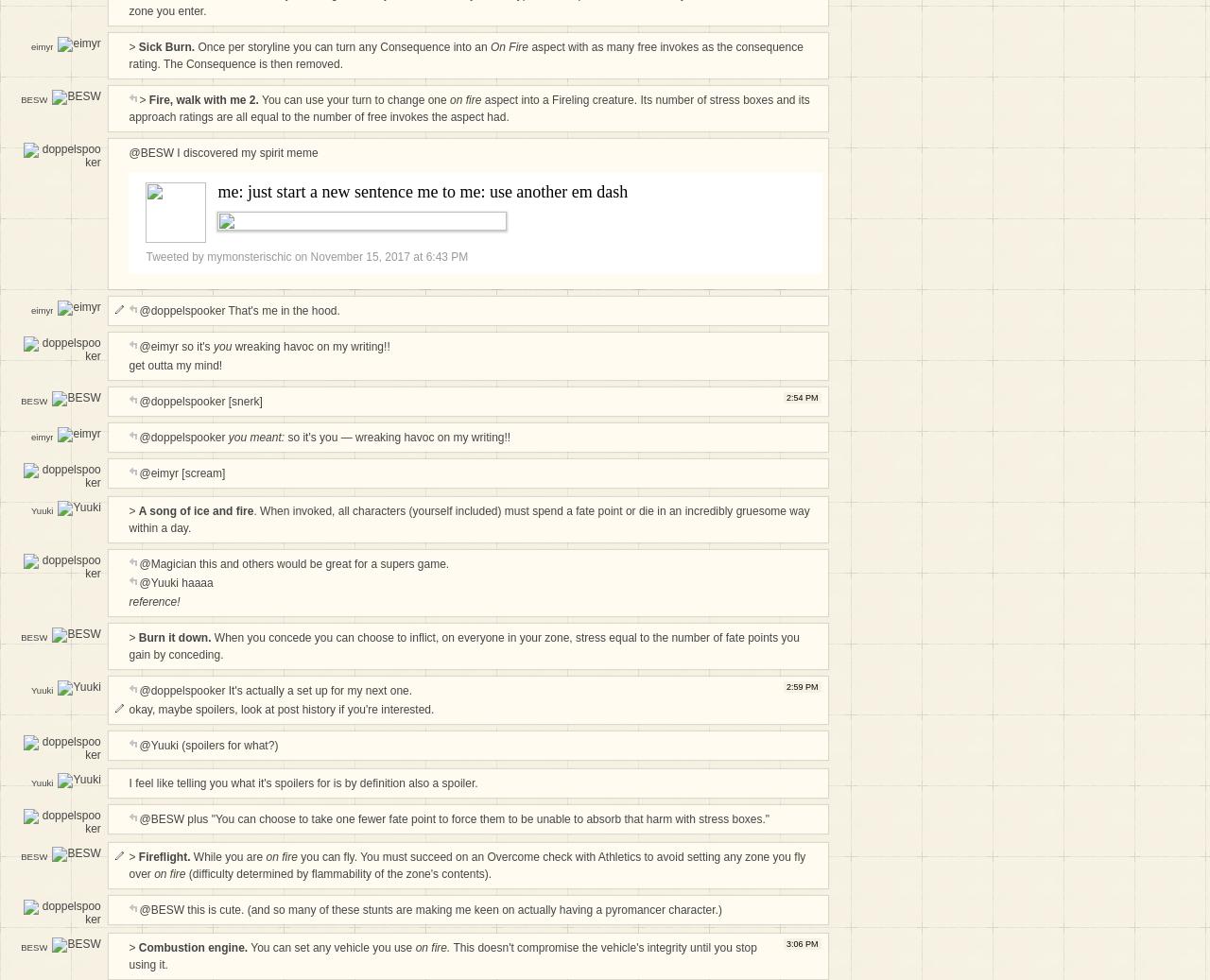 This screenshot has width=1210, height=980. I want to click on 'You can use your turn to change one', so click(354, 98).